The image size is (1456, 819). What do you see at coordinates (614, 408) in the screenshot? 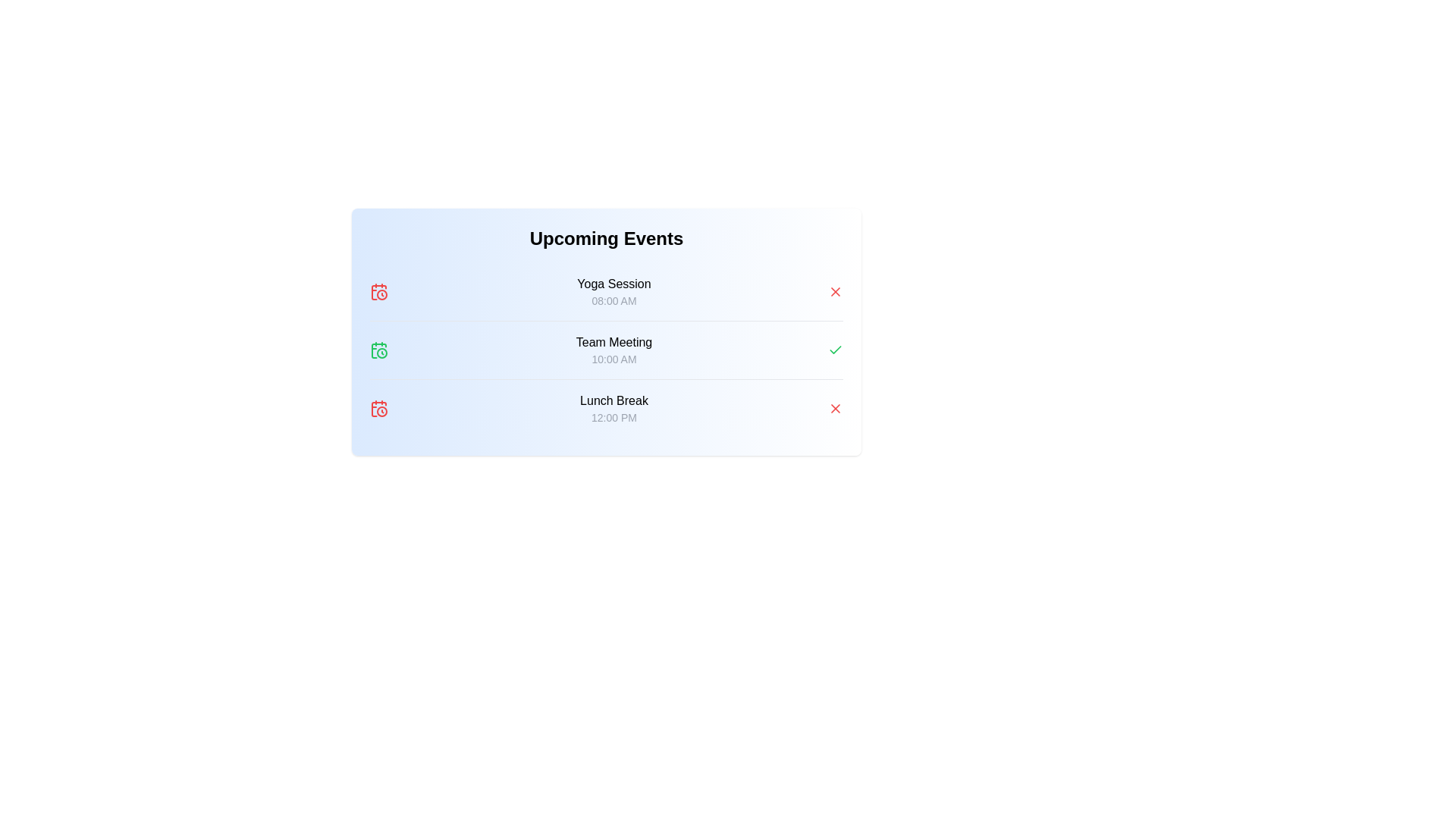
I see `the 'Lunch Break' event listing in the 'Upcoming Events' section` at bounding box center [614, 408].